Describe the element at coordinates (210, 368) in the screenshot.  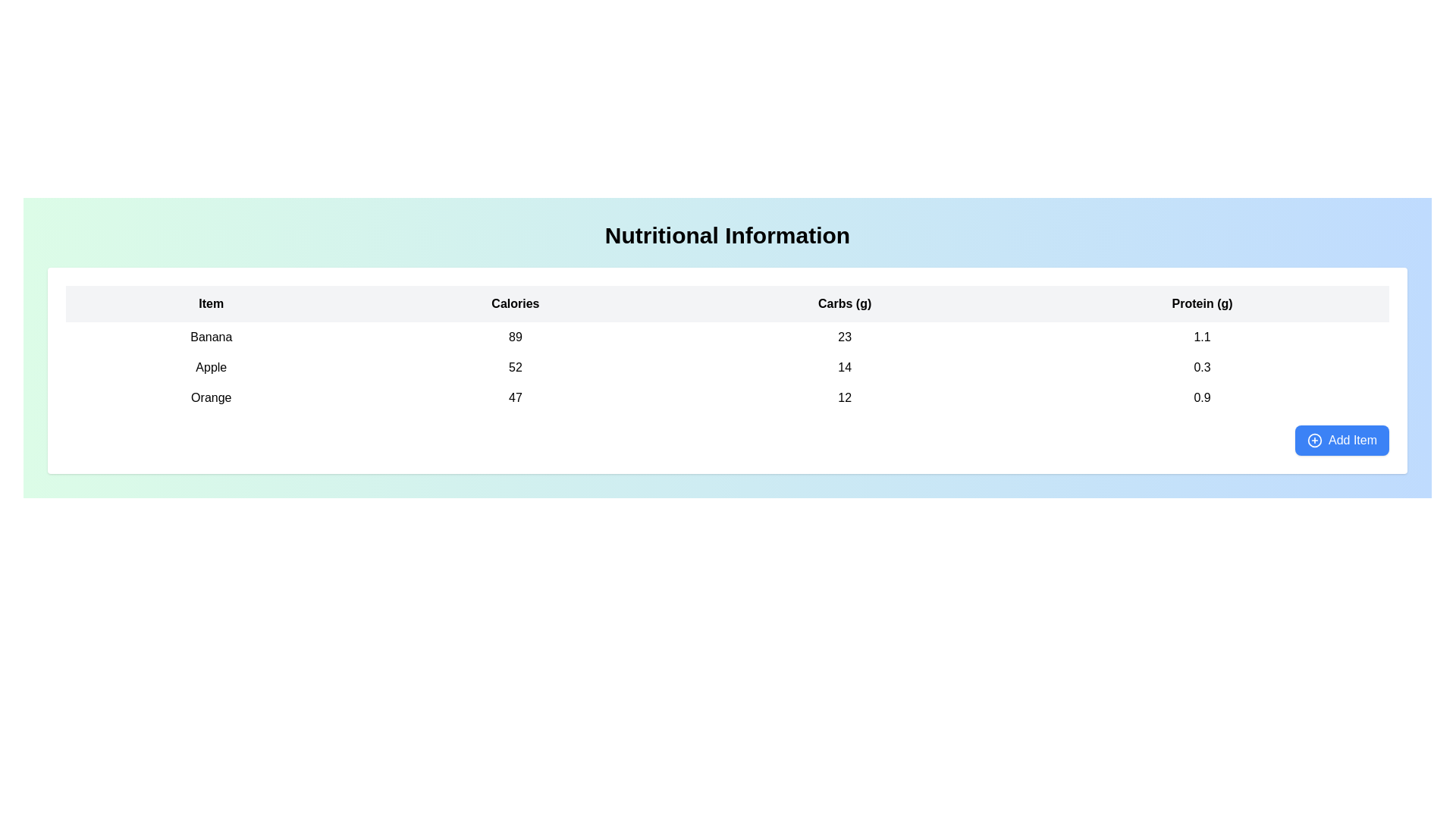
I see `the Text label displaying the name of a food item in the nutritional information table, located in the second row under the 'Item' column` at that location.